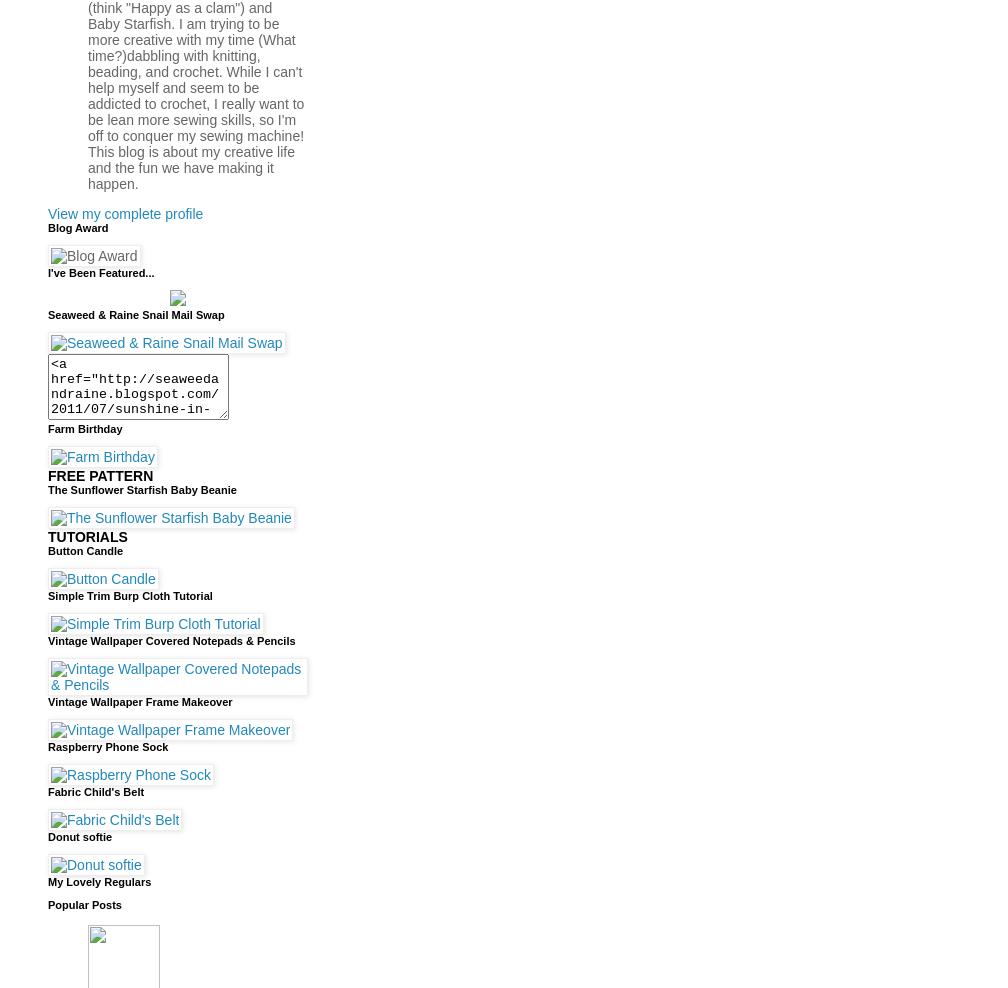 The image size is (1008, 988). What do you see at coordinates (140, 700) in the screenshot?
I see `'Vintage Wallpaper Frame Makeover'` at bounding box center [140, 700].